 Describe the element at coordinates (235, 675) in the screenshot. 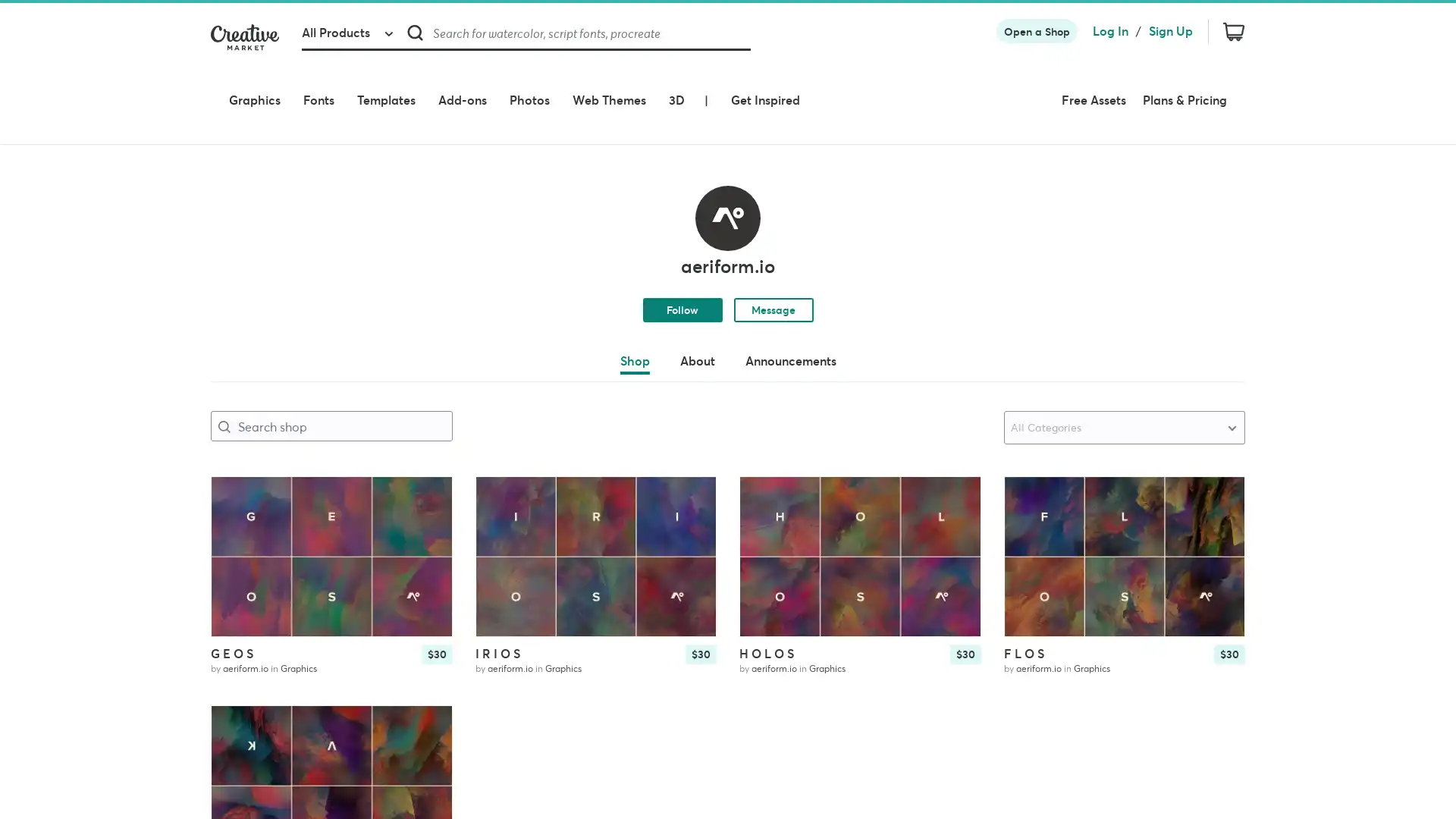

I see `Pin to Pinterest` at that location.